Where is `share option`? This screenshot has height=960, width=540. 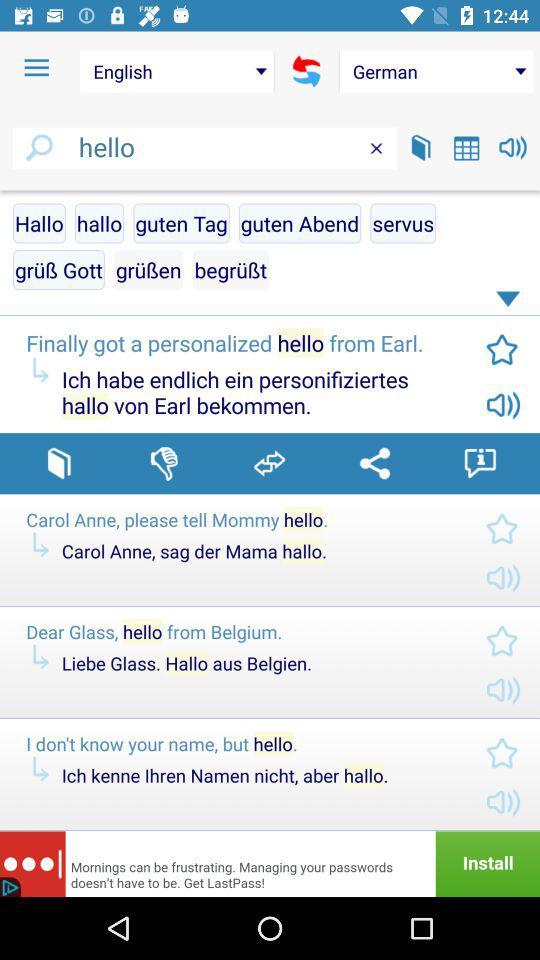 share option is located at coordinates (374, 463).